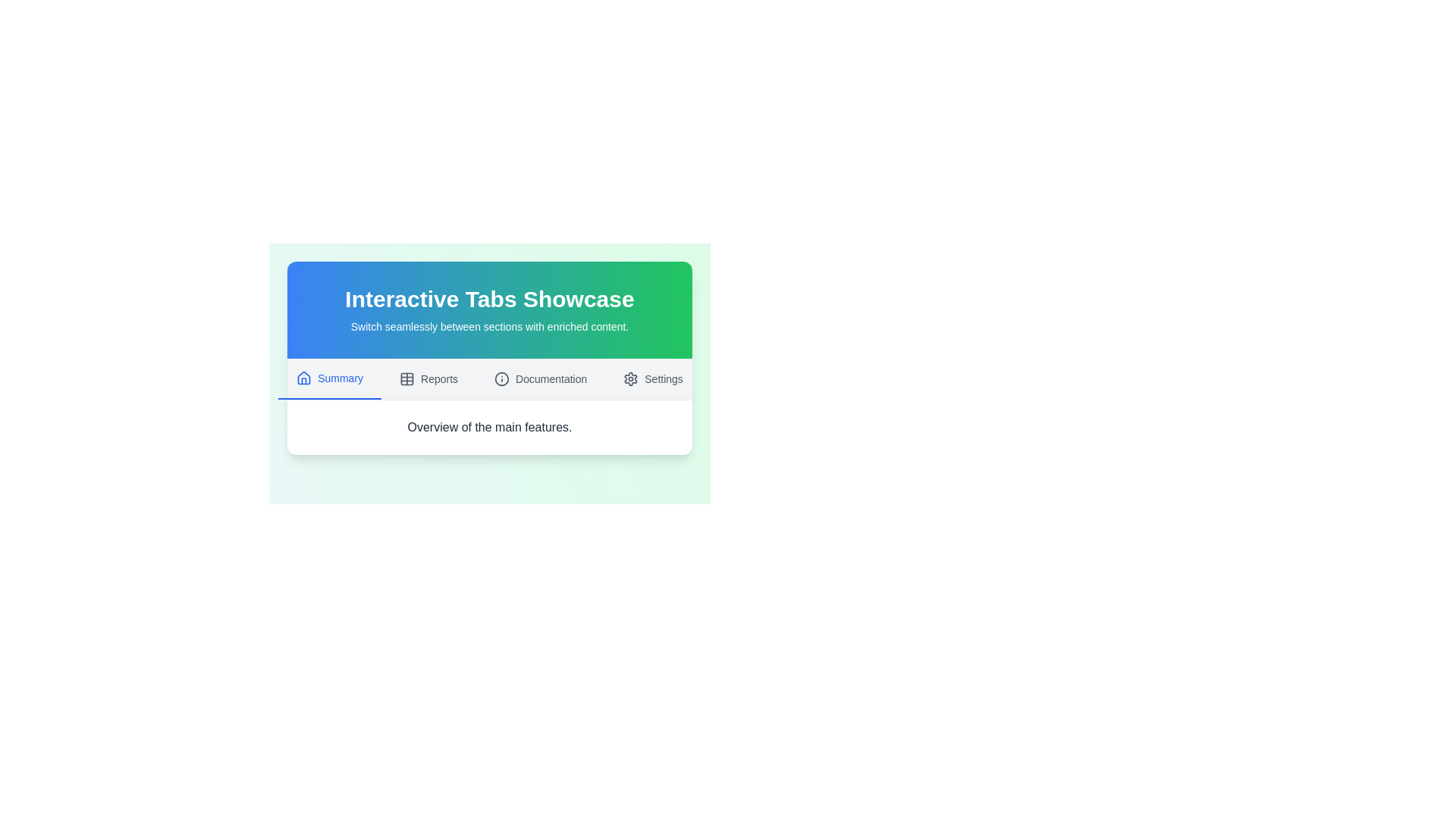 The width and height of the screenshot is (1456, 819). What do you see at coordinates (653, 378) in the screenshot?
I see `the 'Settings' button located in the far right of the horizontal navigation bar` at bounding box center [653, 378].